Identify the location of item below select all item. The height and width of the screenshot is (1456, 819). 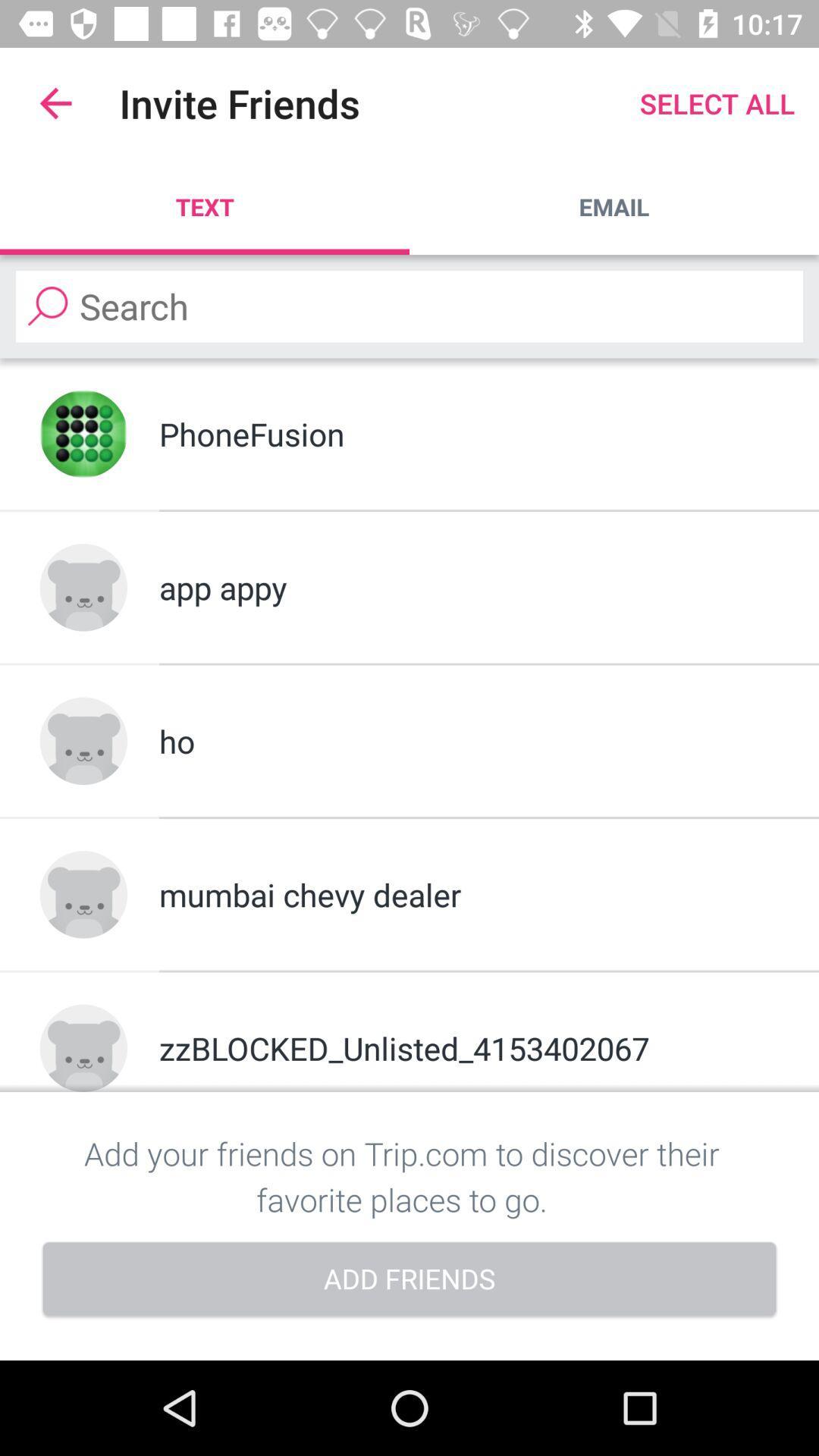
(614, 206).